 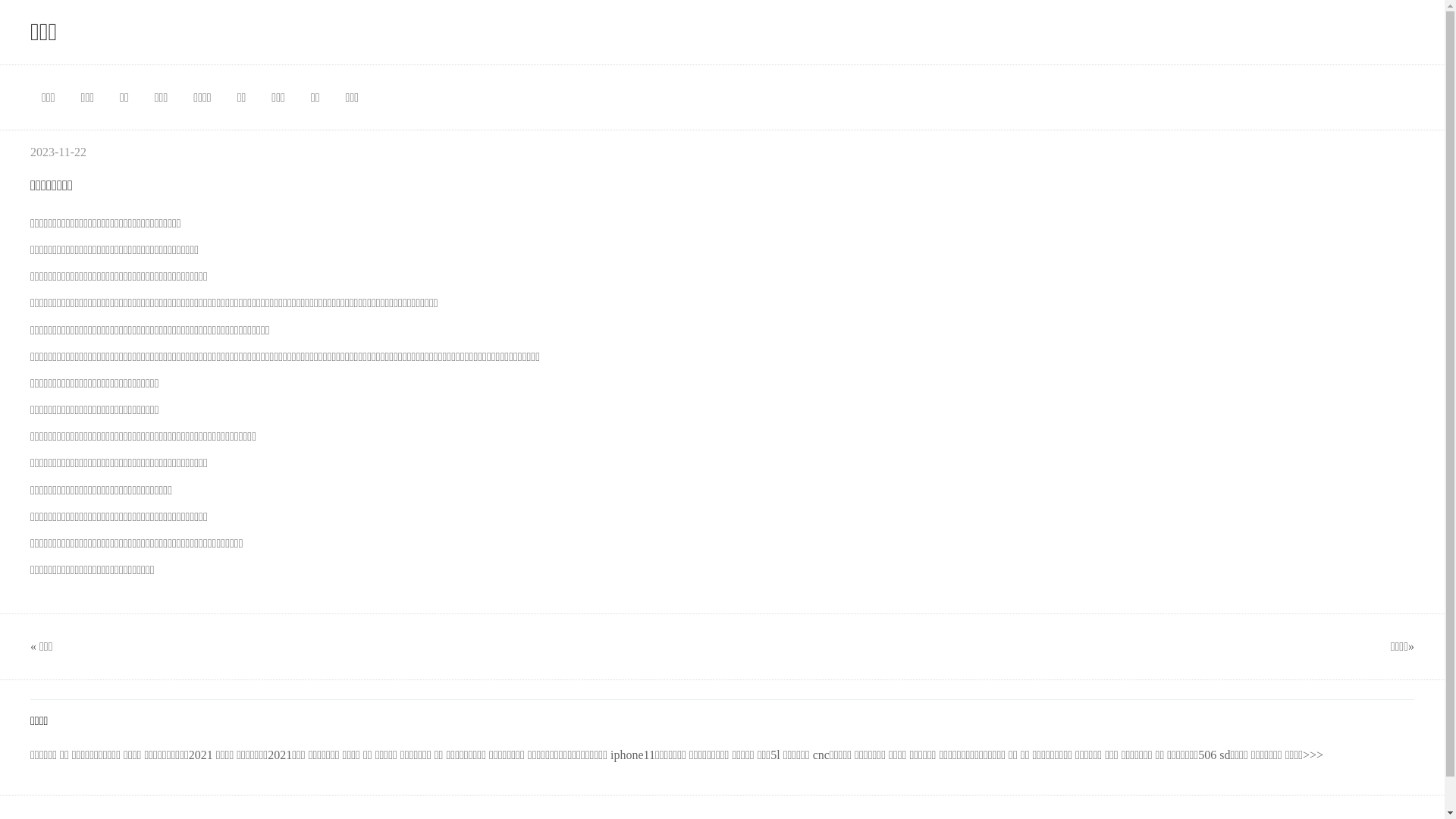 I want to click on '2023-11-22', so click(x=58, y=152).